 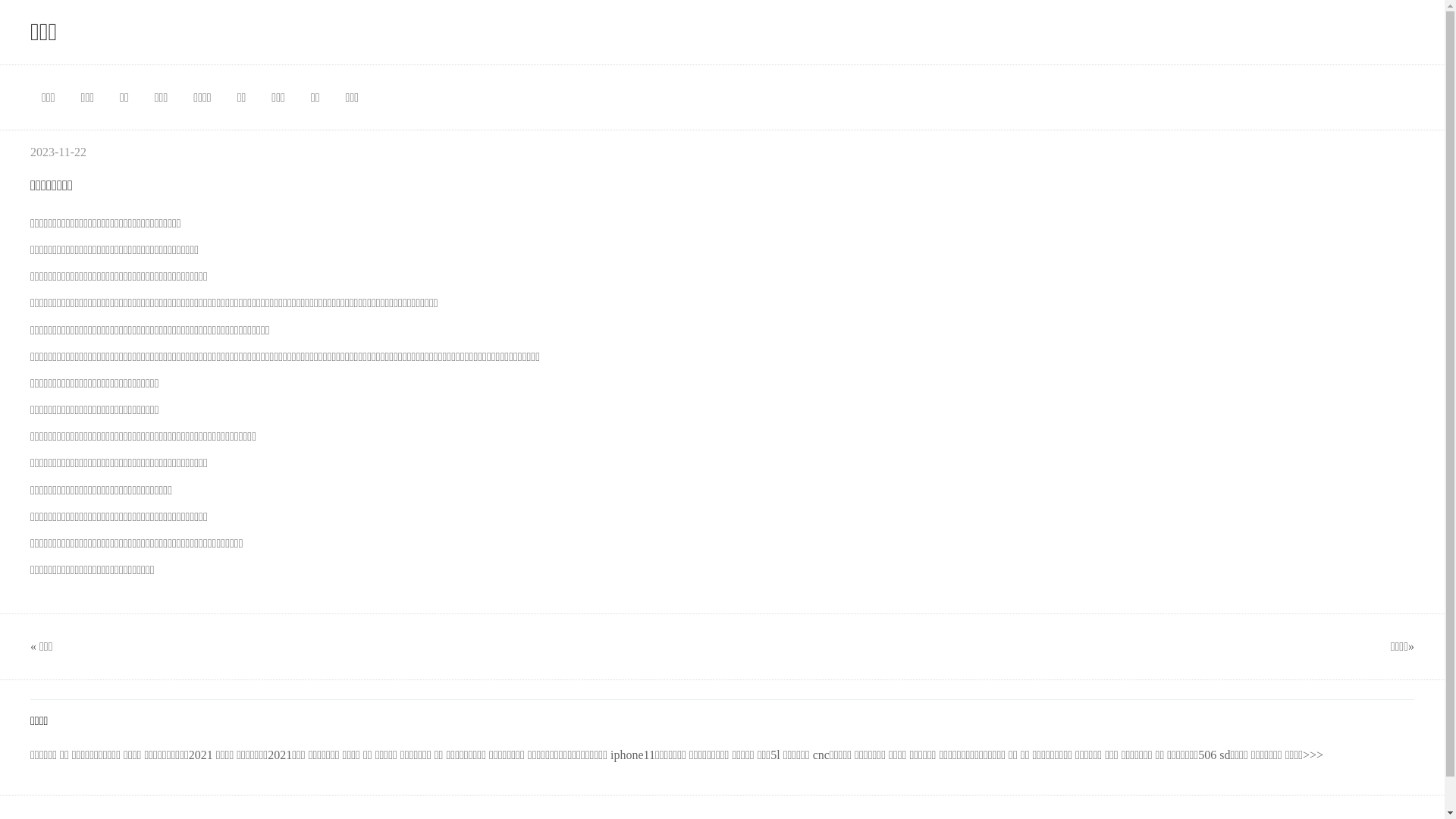 I want to click on '2023-11-22', so click(x=58, y=152).